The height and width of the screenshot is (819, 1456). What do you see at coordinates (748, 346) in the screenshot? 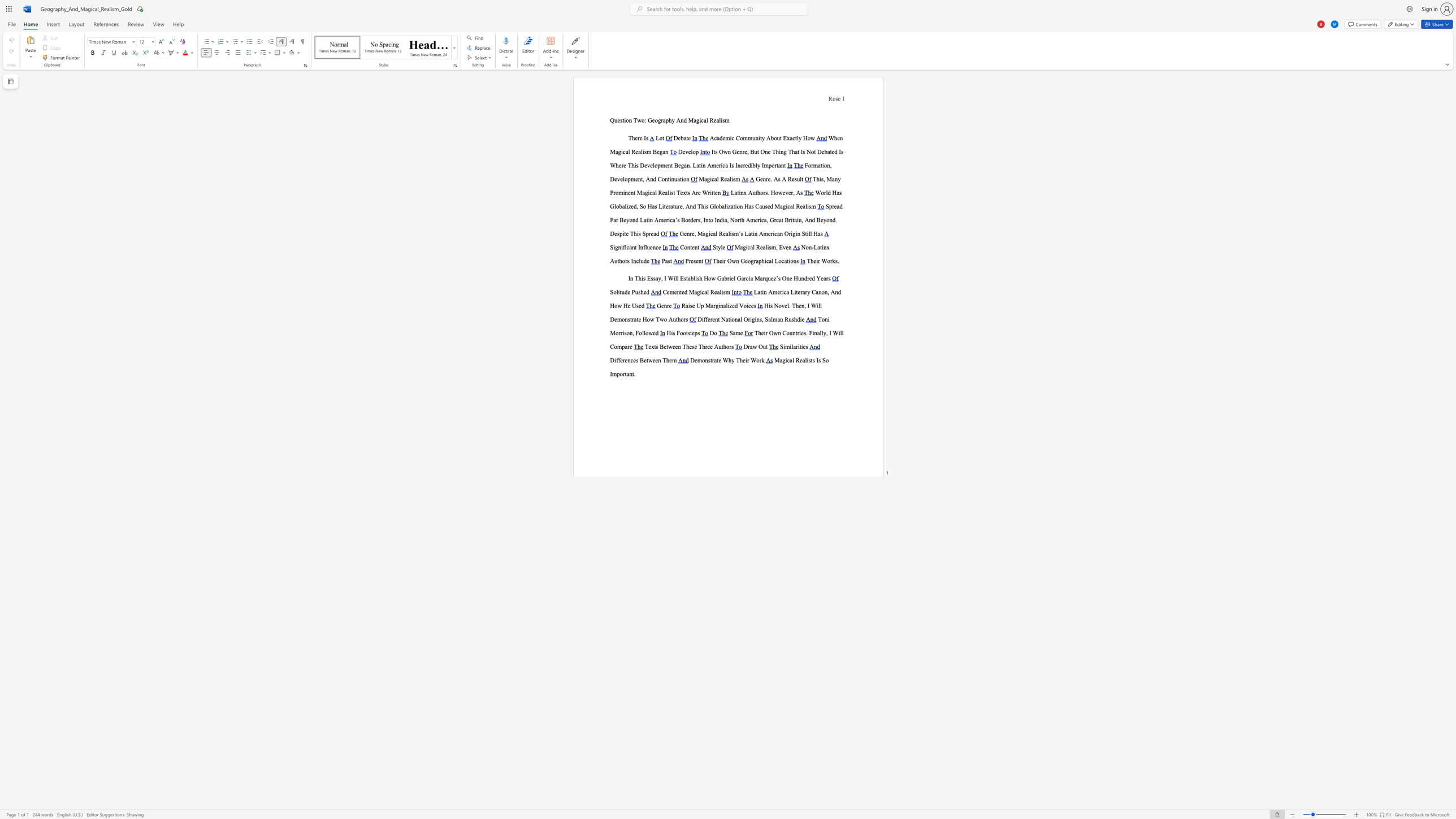
I see `the subset text "raw O" within the text "Draw Out"` at bounding box center [748, 346].